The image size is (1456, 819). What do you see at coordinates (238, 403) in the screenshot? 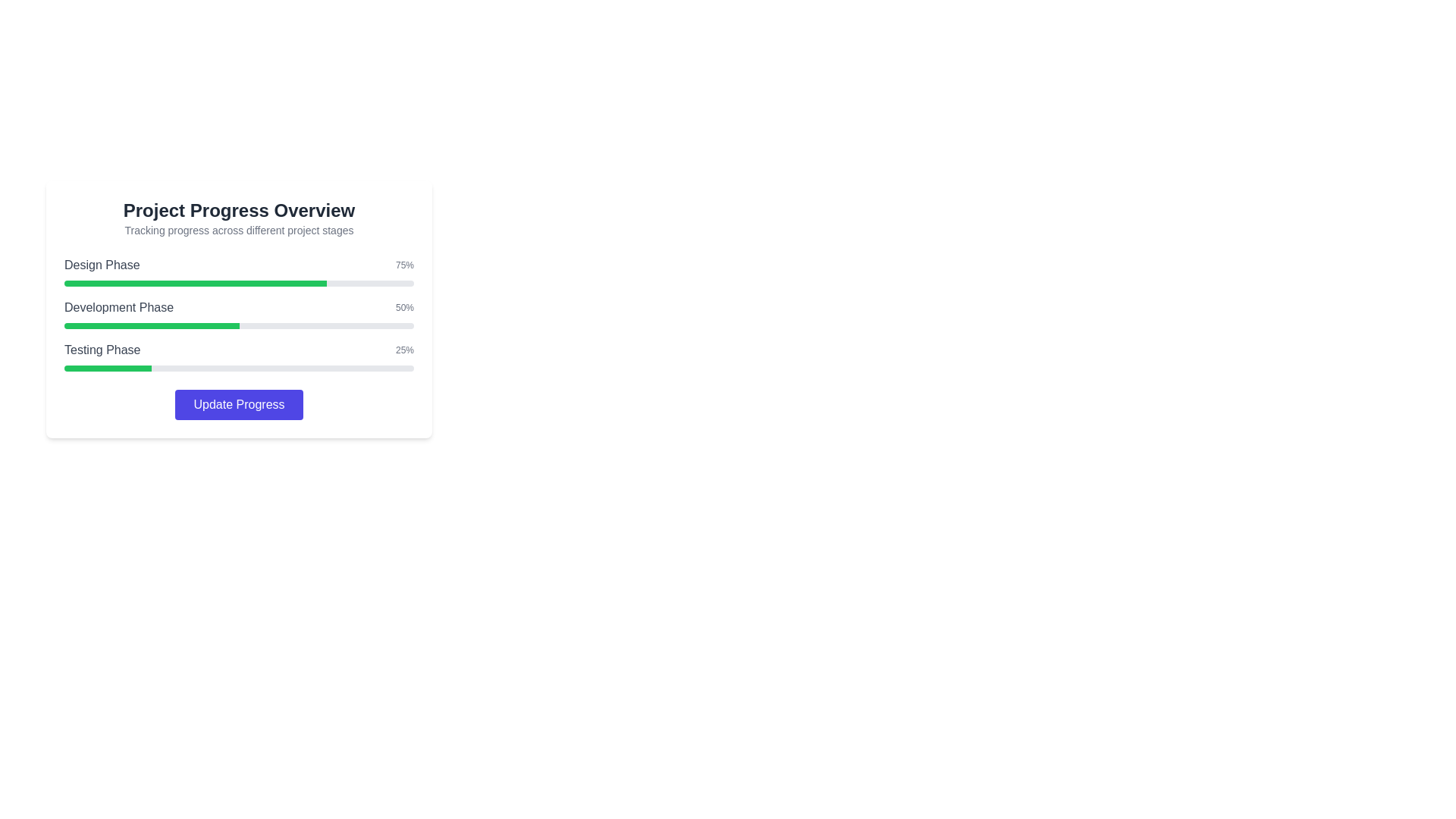
I see `the button located at the bottom center of the 'Project Progress Overview' card to update the progress of the project phases` at bounding box center [238, 403].